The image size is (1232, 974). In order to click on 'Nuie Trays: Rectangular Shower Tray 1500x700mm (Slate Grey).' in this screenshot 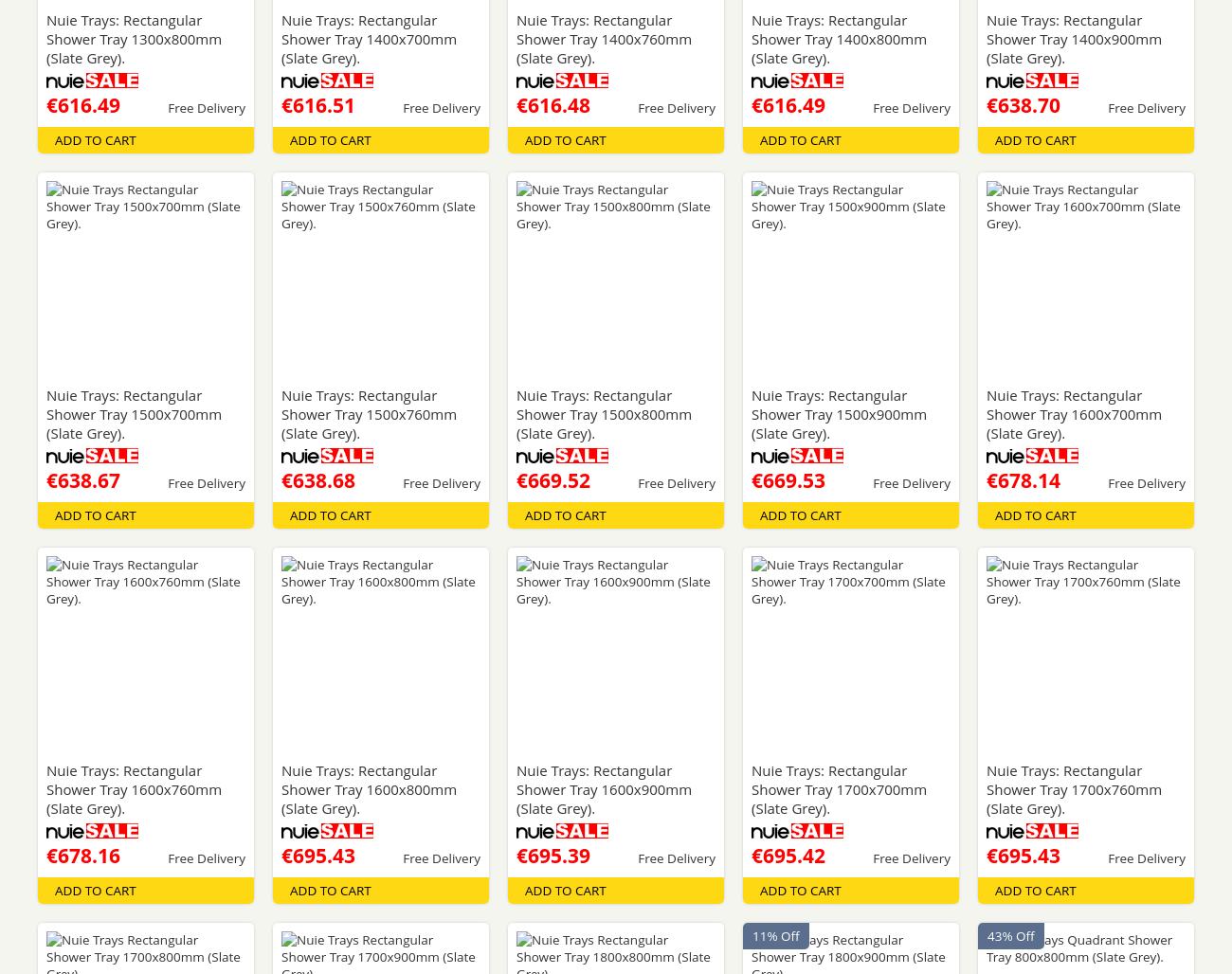, I will do `click(133, 414)`.